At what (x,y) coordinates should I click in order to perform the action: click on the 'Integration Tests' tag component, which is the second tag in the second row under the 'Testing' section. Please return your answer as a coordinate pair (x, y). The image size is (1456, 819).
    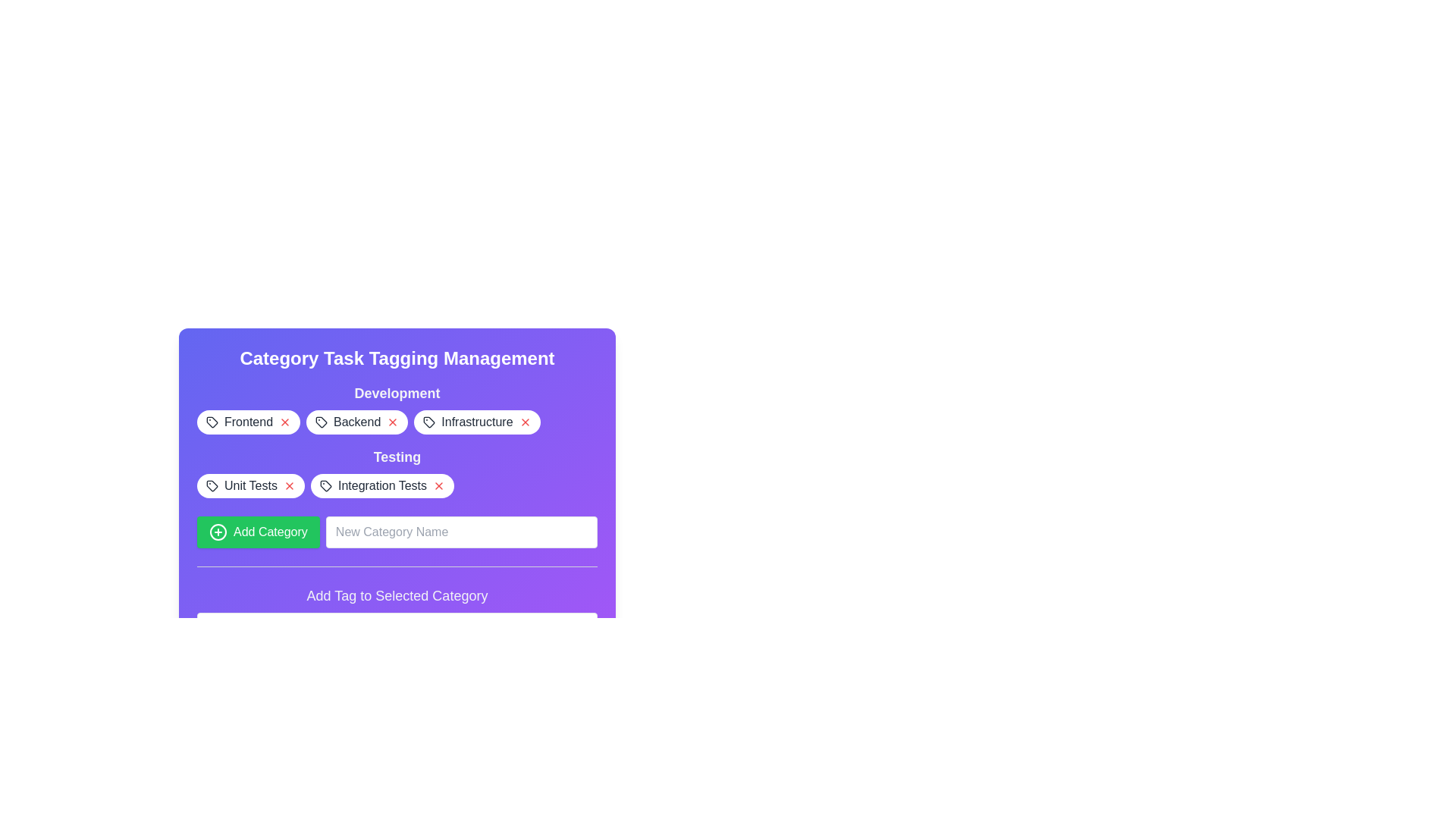
    Looking at the image, I should click on (382, 485).